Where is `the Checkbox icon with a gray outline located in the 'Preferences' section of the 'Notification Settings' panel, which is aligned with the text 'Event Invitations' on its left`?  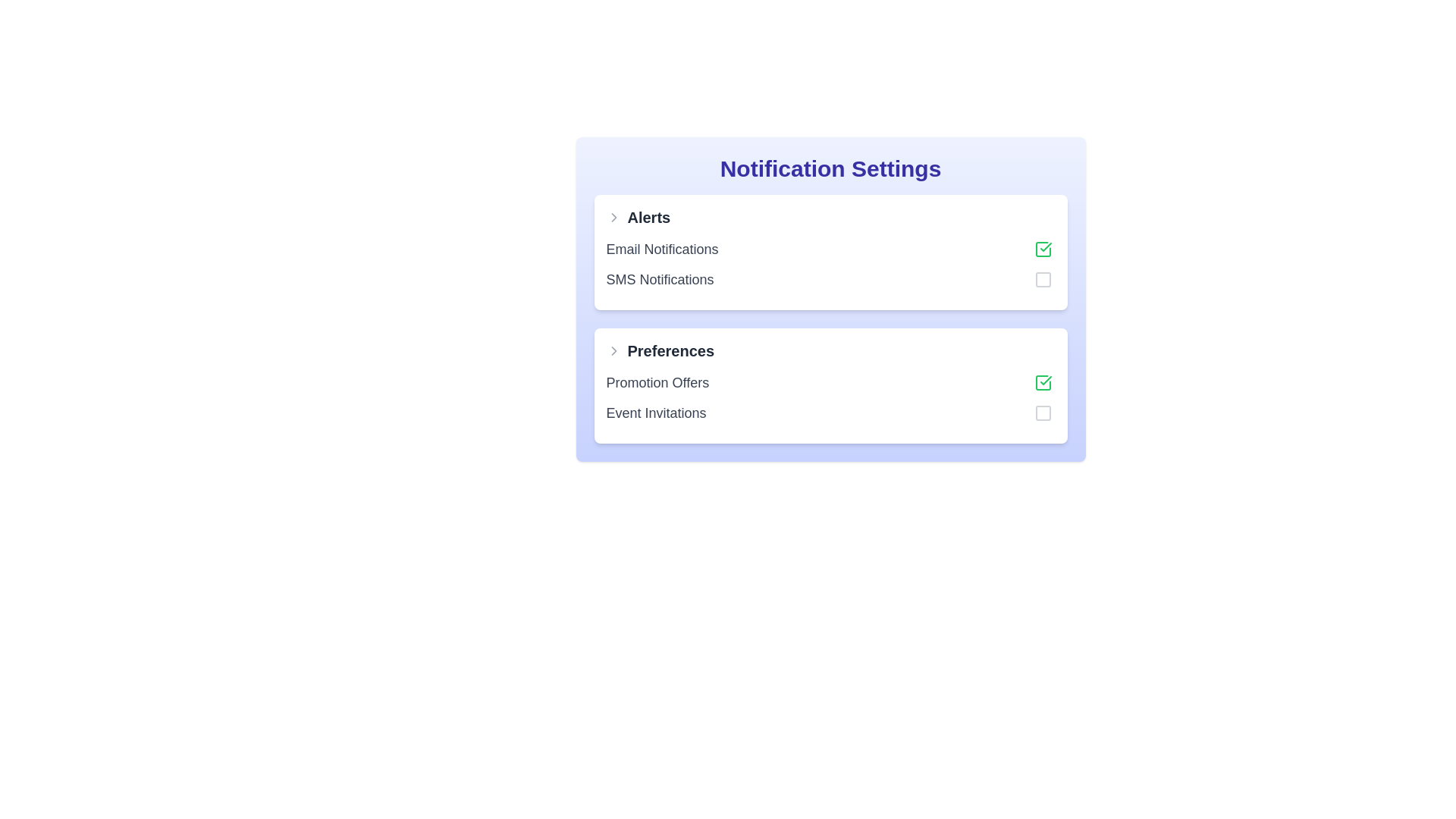
the Checkbox icon with a gray outline located in the 'Preferences' section of the 'Notification Settings' panel, which is aligned with the text 'Event Invitations' on its left is located at coordinates (1042, 413).